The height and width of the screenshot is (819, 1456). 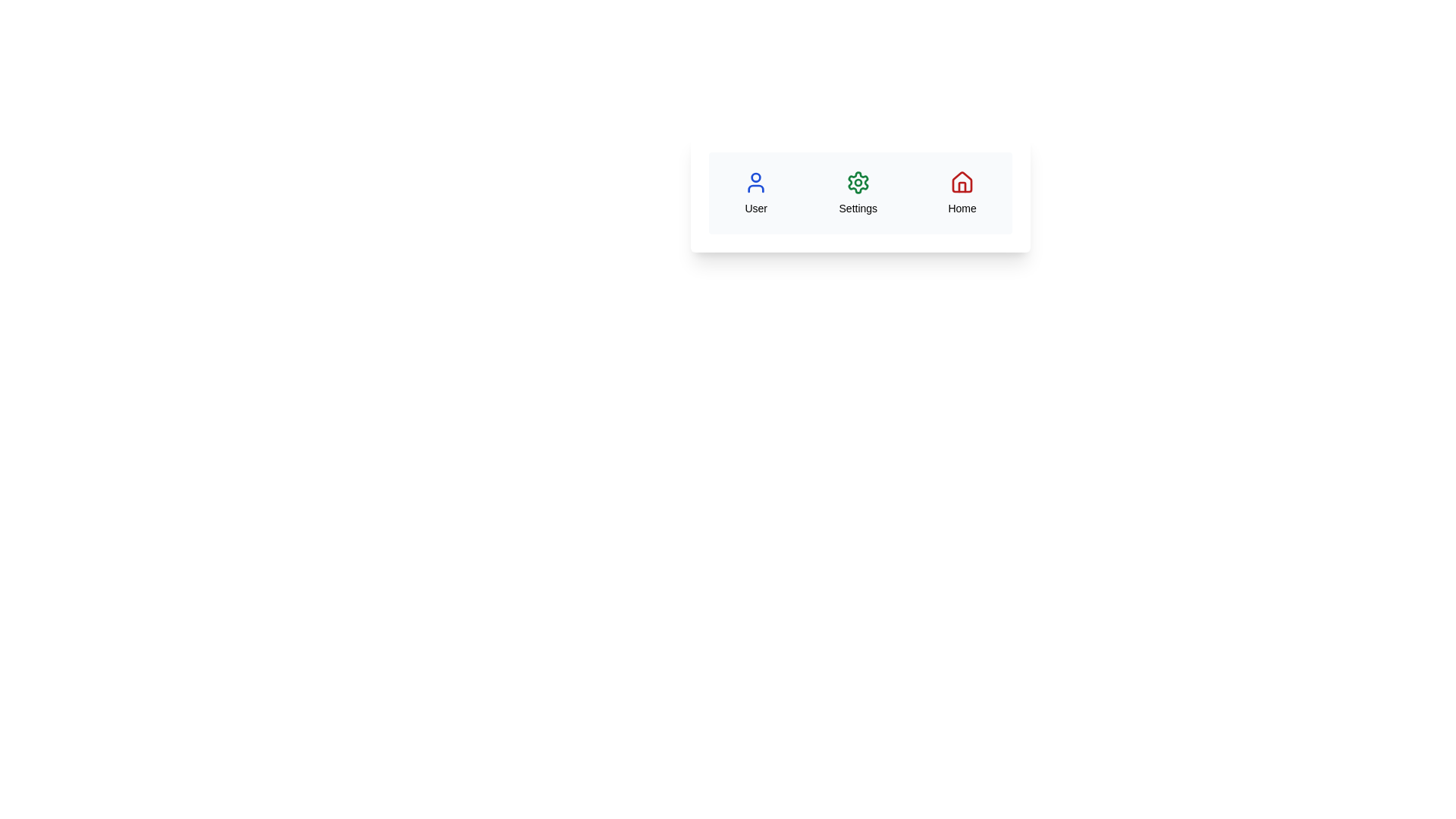 What do you see at coordinates (962, 181) in the screenshot?
I see `the red house SVG icon located above the 'Home' text` at bounding box center [962, 181].